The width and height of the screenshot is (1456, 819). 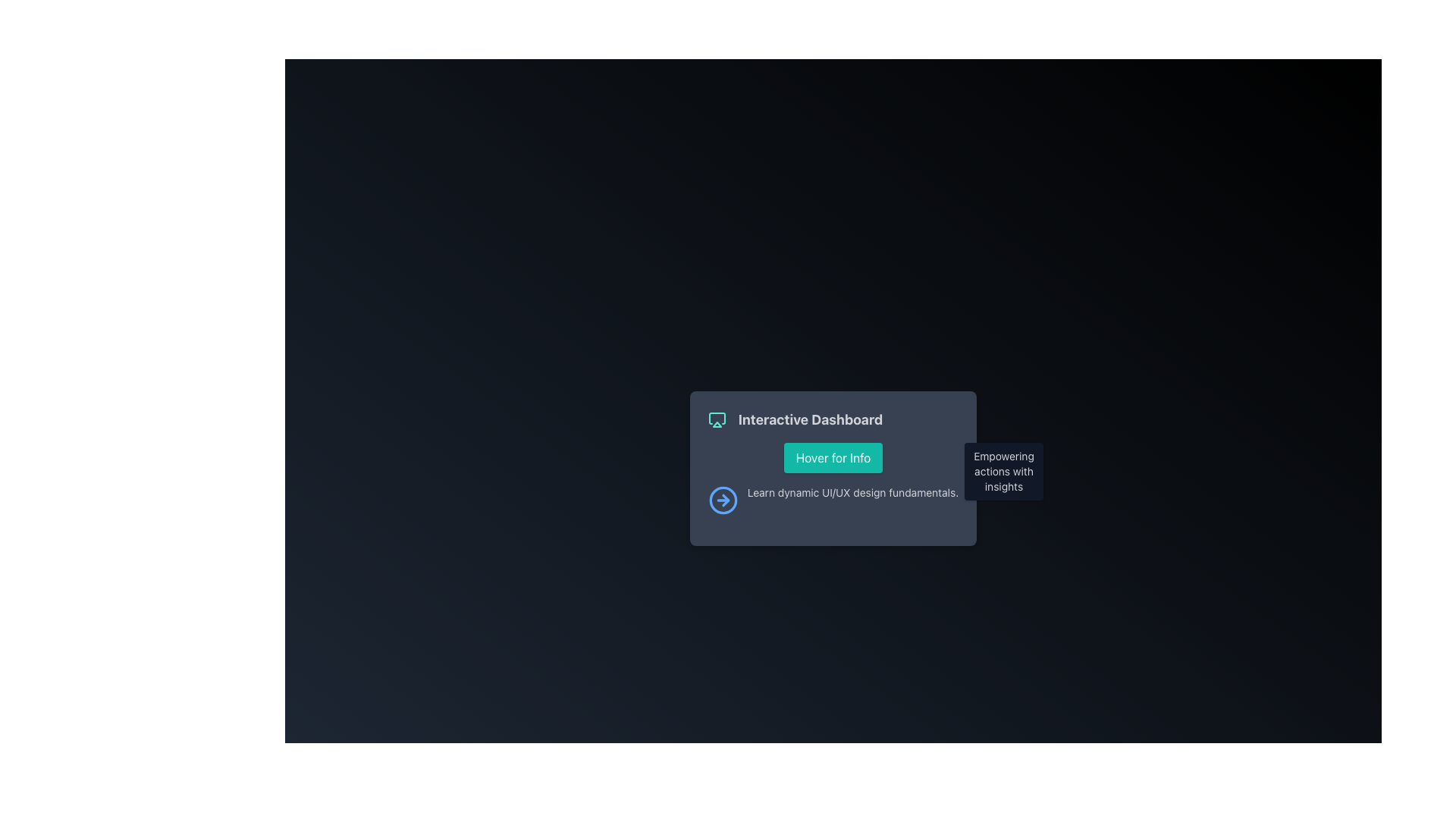 What do you see at coordinates (722, 500) in the screenshot?
I see `the circular graphic element located at the center of the outlined arrow icon within the dark-themed user dialog box` at bounding box center [722, 500].